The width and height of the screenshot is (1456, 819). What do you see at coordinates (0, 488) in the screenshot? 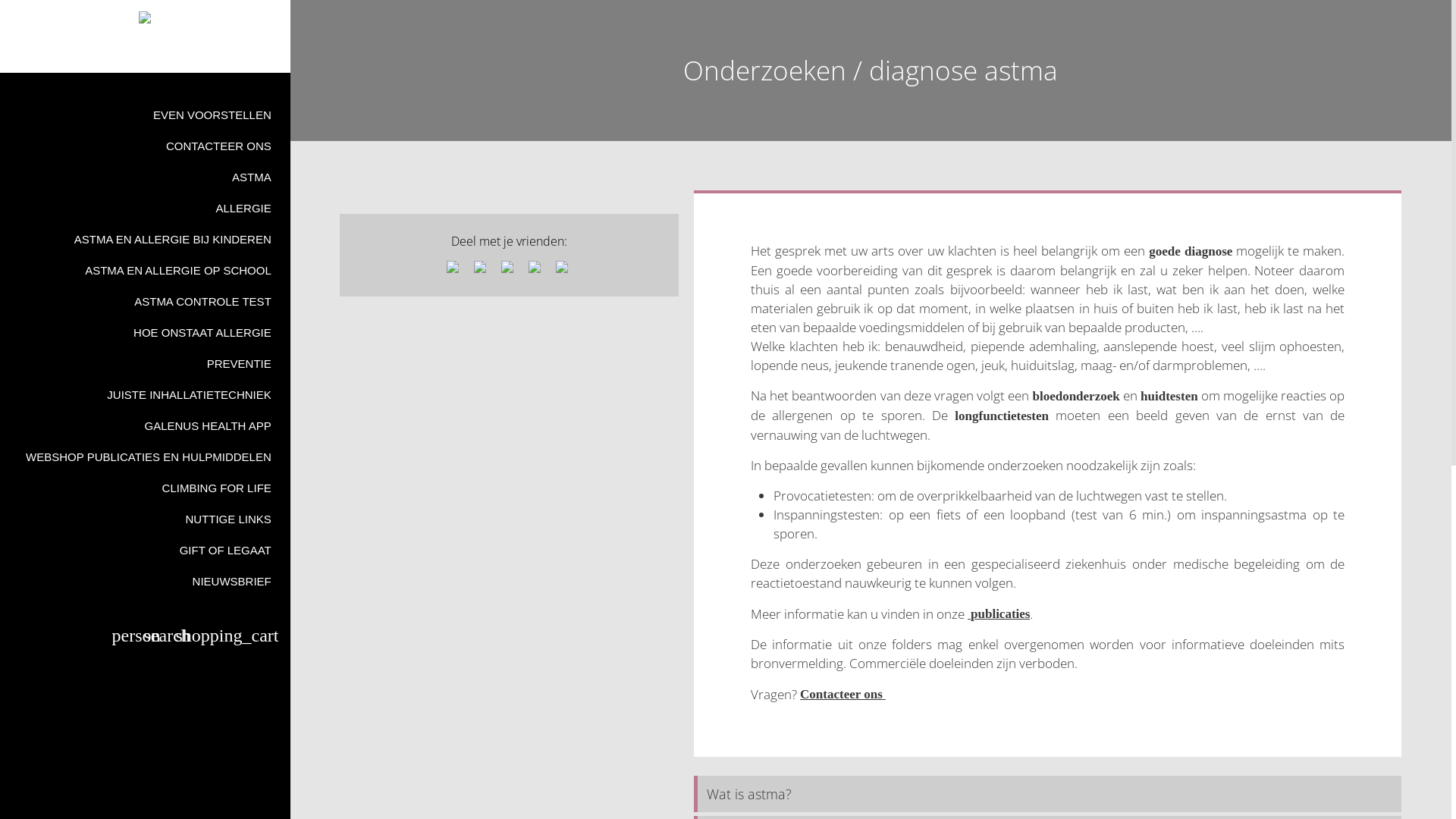
I see `'CLIMBING FOR LIFE'` at bounding box center [0, 488].